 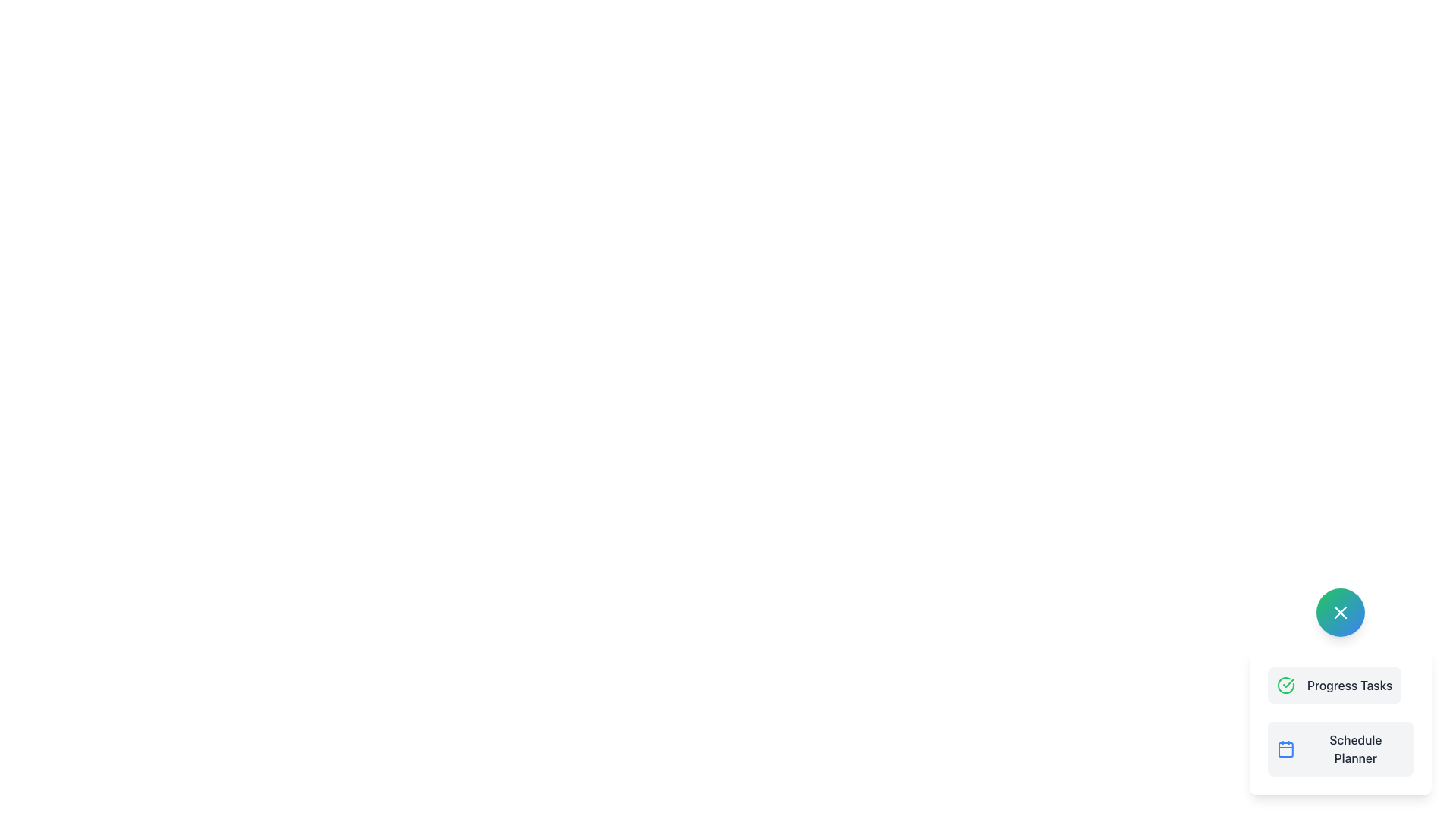 I want to click on the calendar icon located in the 'Schedule Planner' section, so click(x=1285, y=748).